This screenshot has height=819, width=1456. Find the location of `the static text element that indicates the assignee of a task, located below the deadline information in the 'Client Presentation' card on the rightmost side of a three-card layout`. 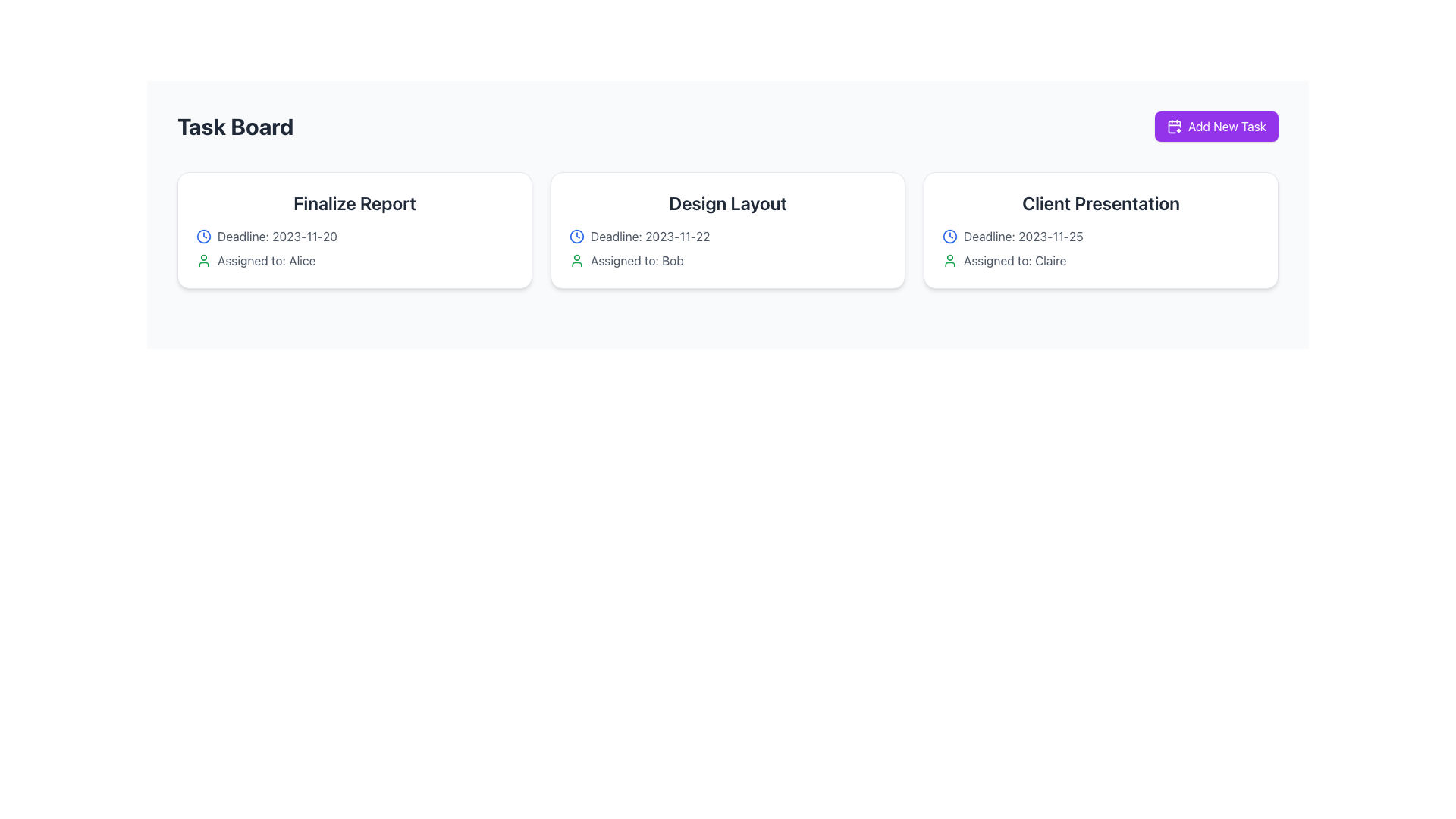

the static text element that indicates the assignee of a task, located below the deadline information in the 'Client Presentation' card on the rightmost side of a three-card layout is located at coordinates (1015, 259).